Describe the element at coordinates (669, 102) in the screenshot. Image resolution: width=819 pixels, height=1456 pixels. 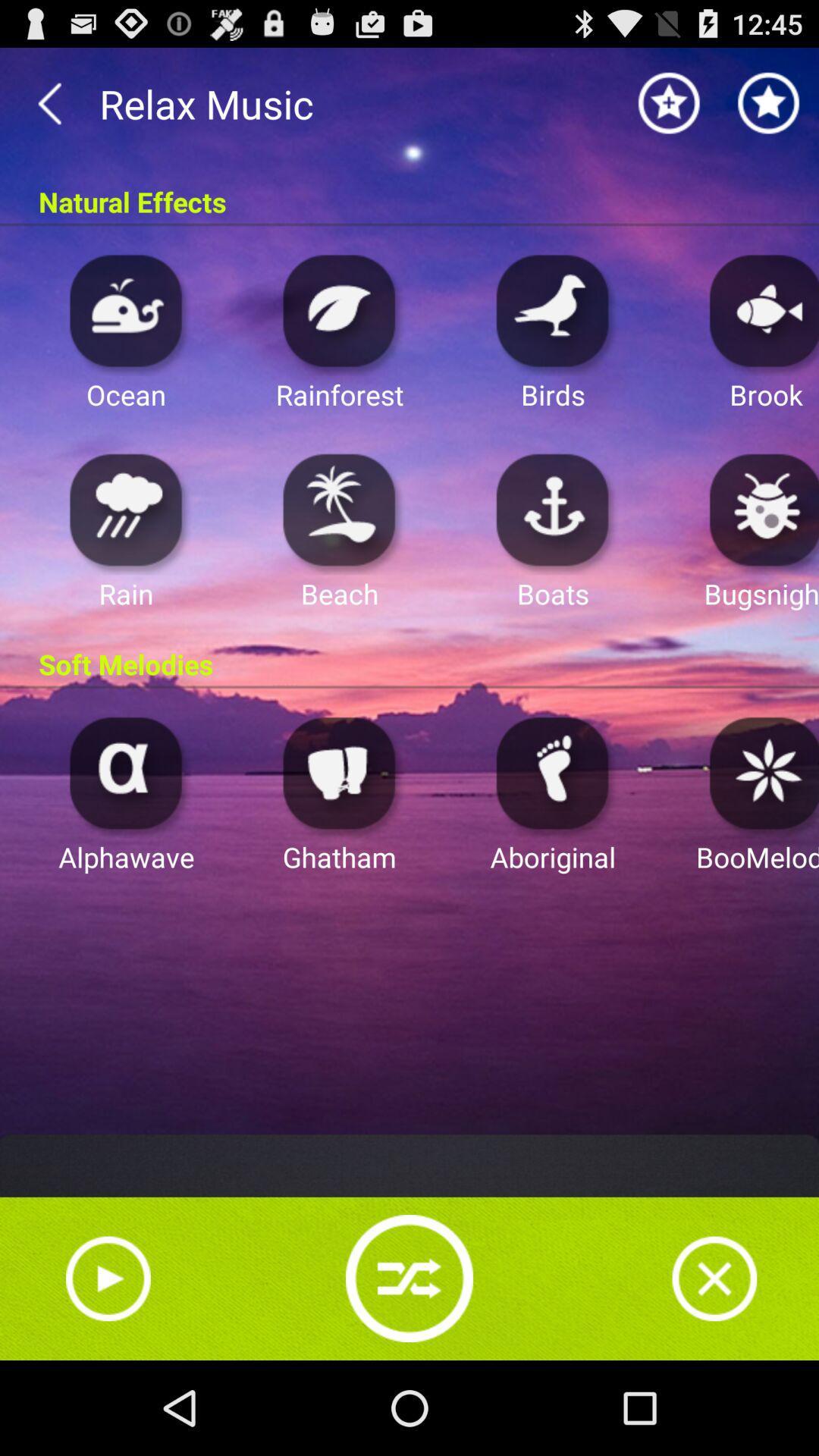
I see `favourite` at that location.